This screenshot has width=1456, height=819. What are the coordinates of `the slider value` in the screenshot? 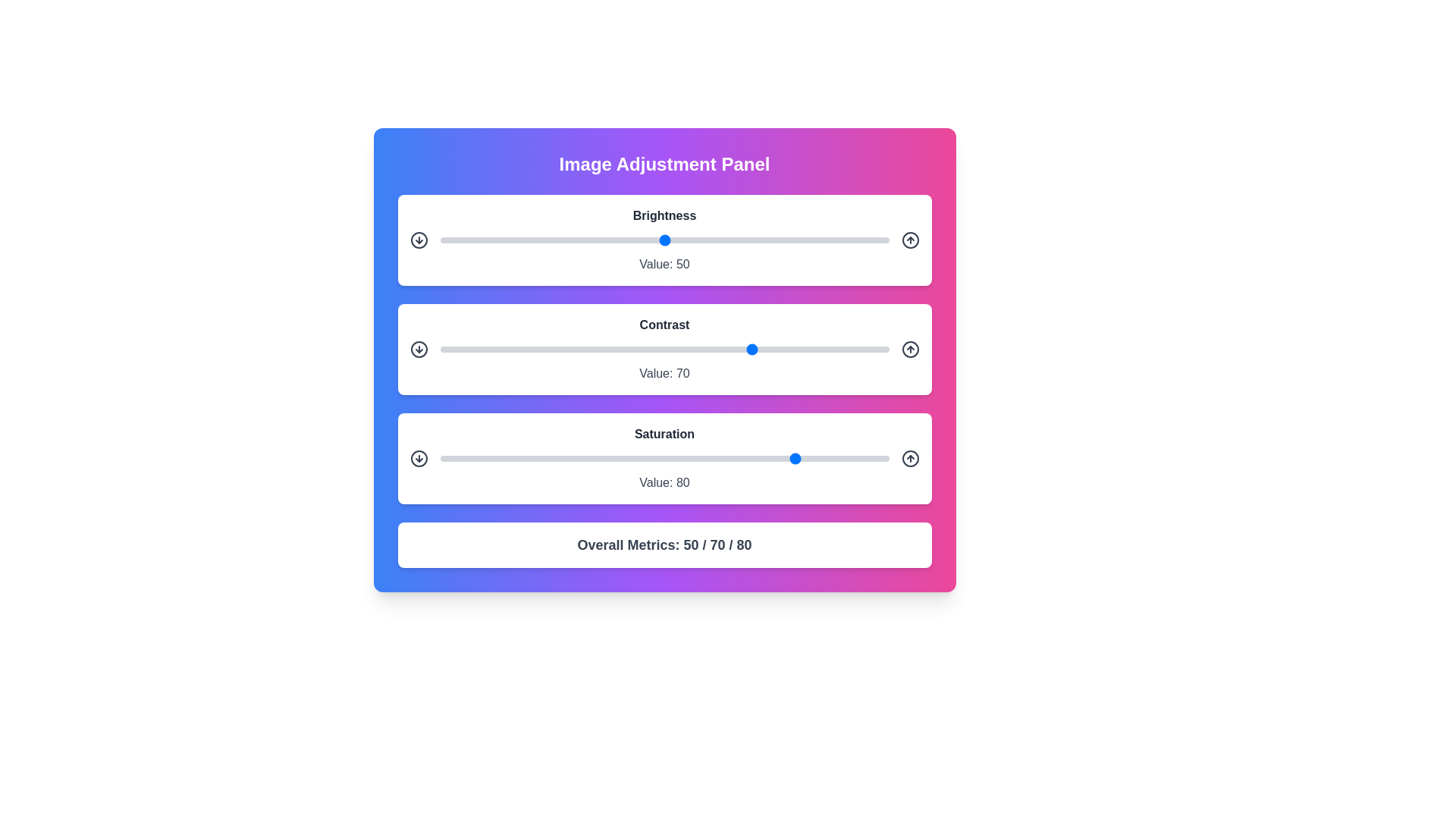 It's located at (803, 458).